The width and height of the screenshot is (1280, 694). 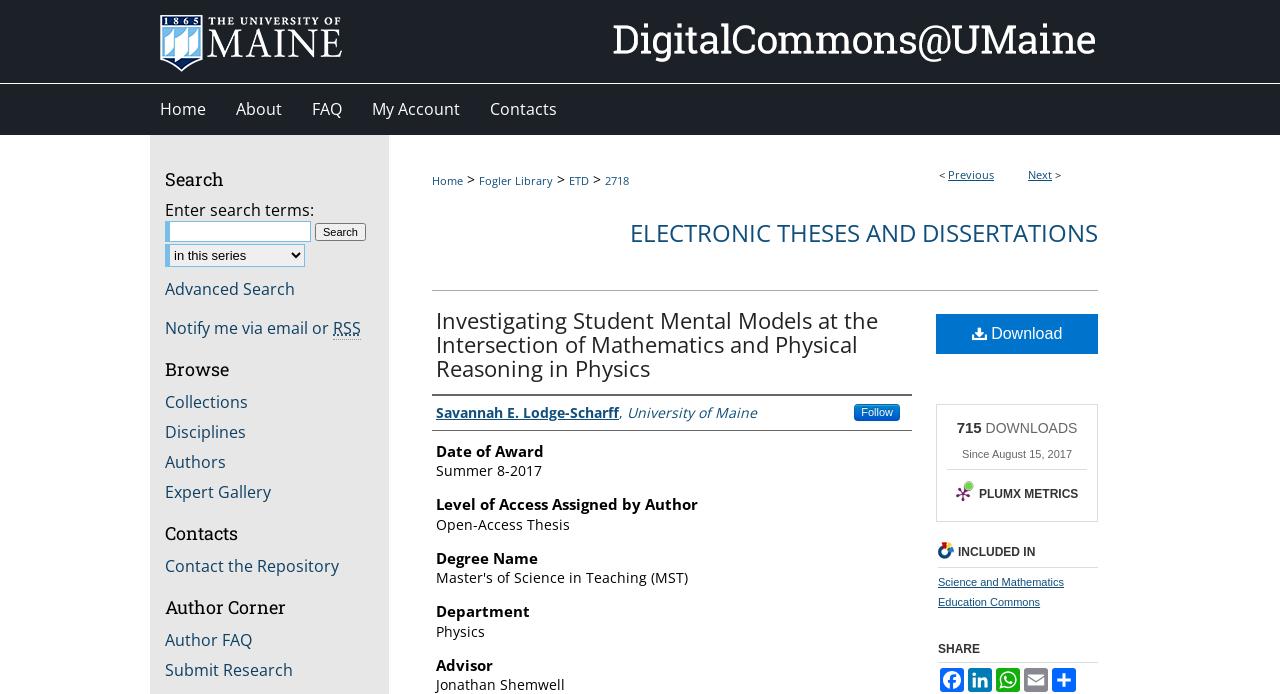 What do you see at coordinates (482, 610) in the screenshot?
I see `'Department'` at bounding box center [482, 610].